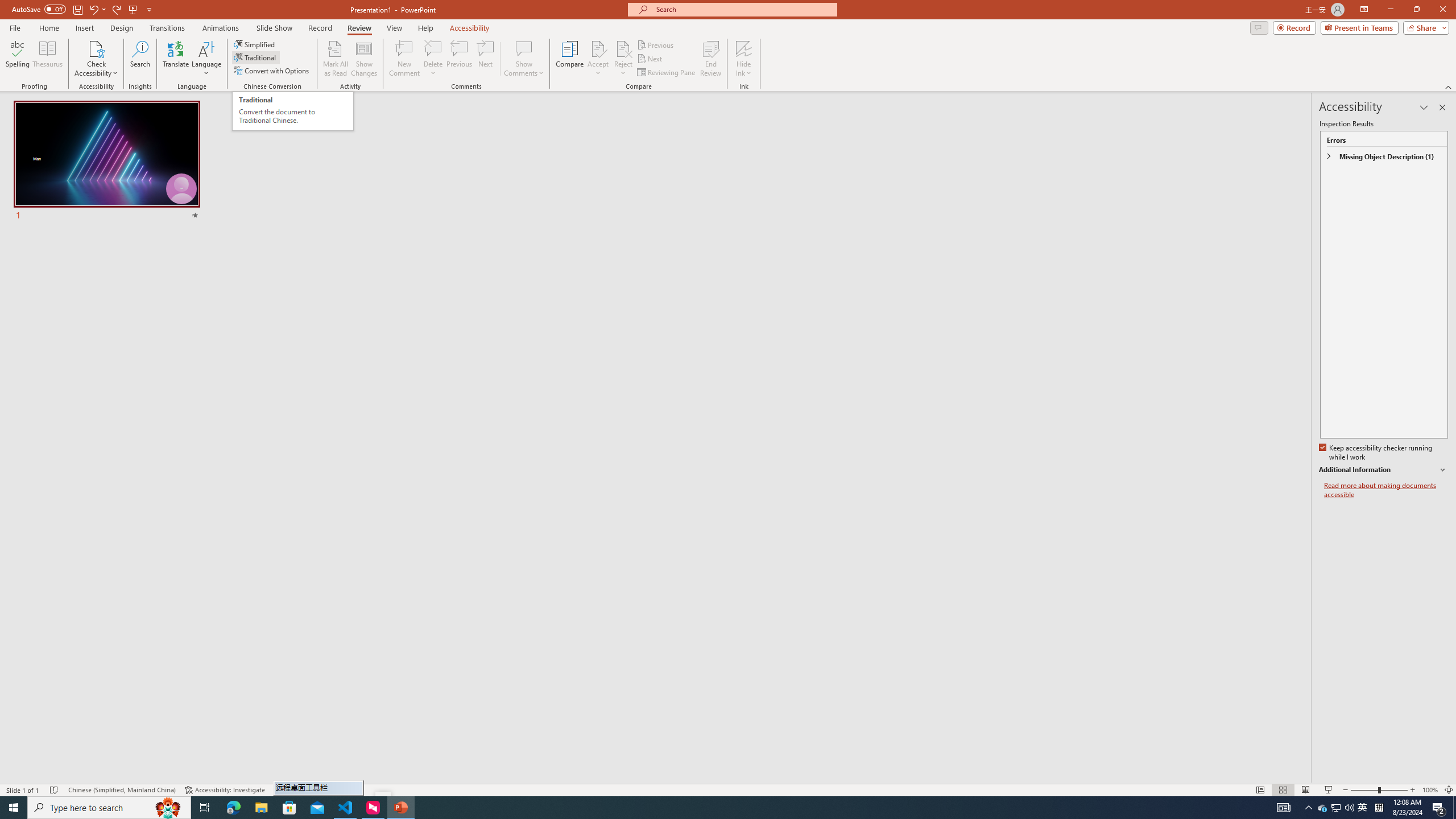 The height and width of the screenshot is (819, 1456). I want to click on 'Delete', so click(433, 59).